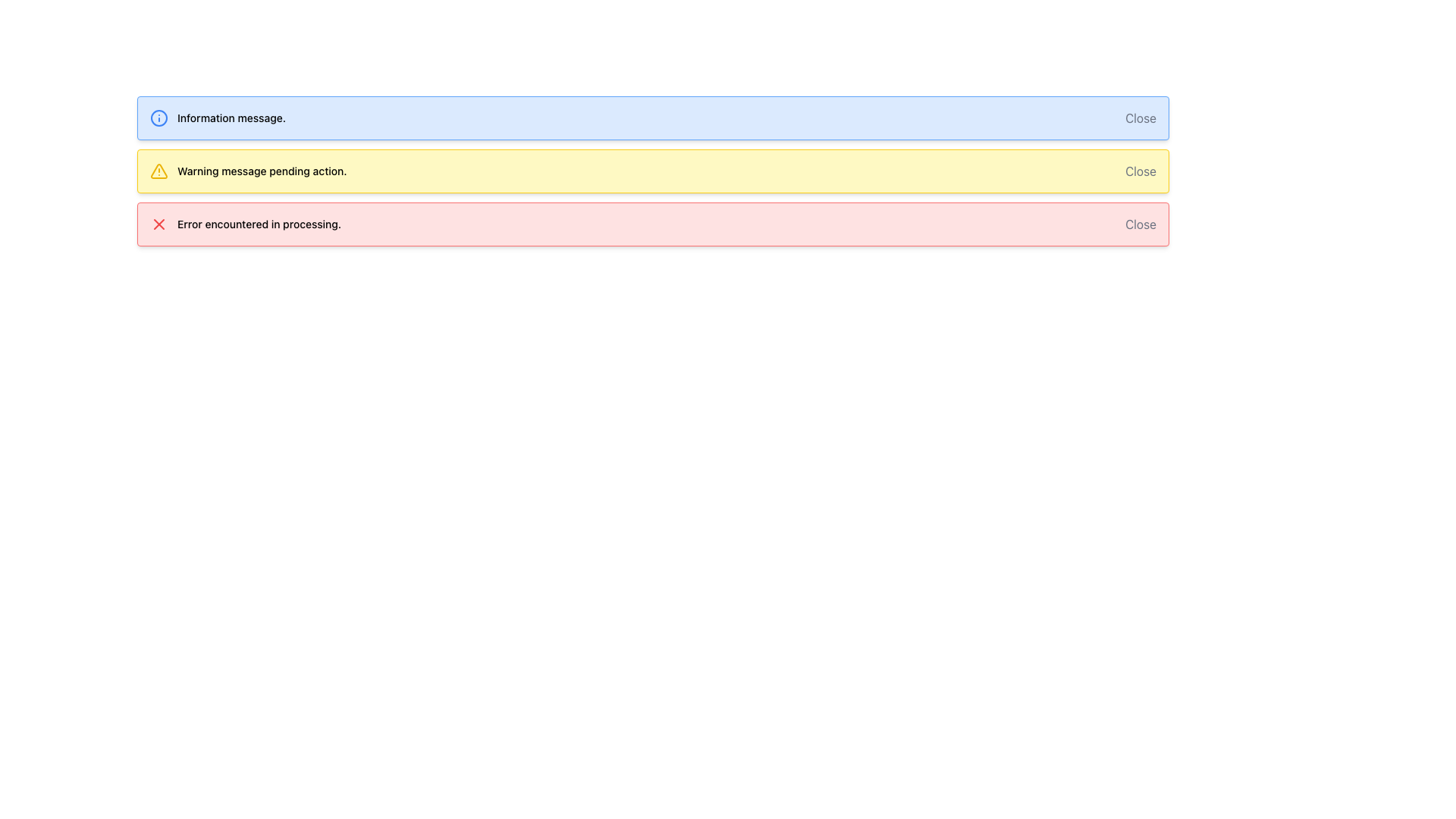  Describe the element at coordinates (262, 171) in the screenshot. I see `the warning message text label located in the yellow warning section, which is the second notification block from the top, positioned to the right of a yellow triangular icon and to the left of a 'Close' button` at that location.